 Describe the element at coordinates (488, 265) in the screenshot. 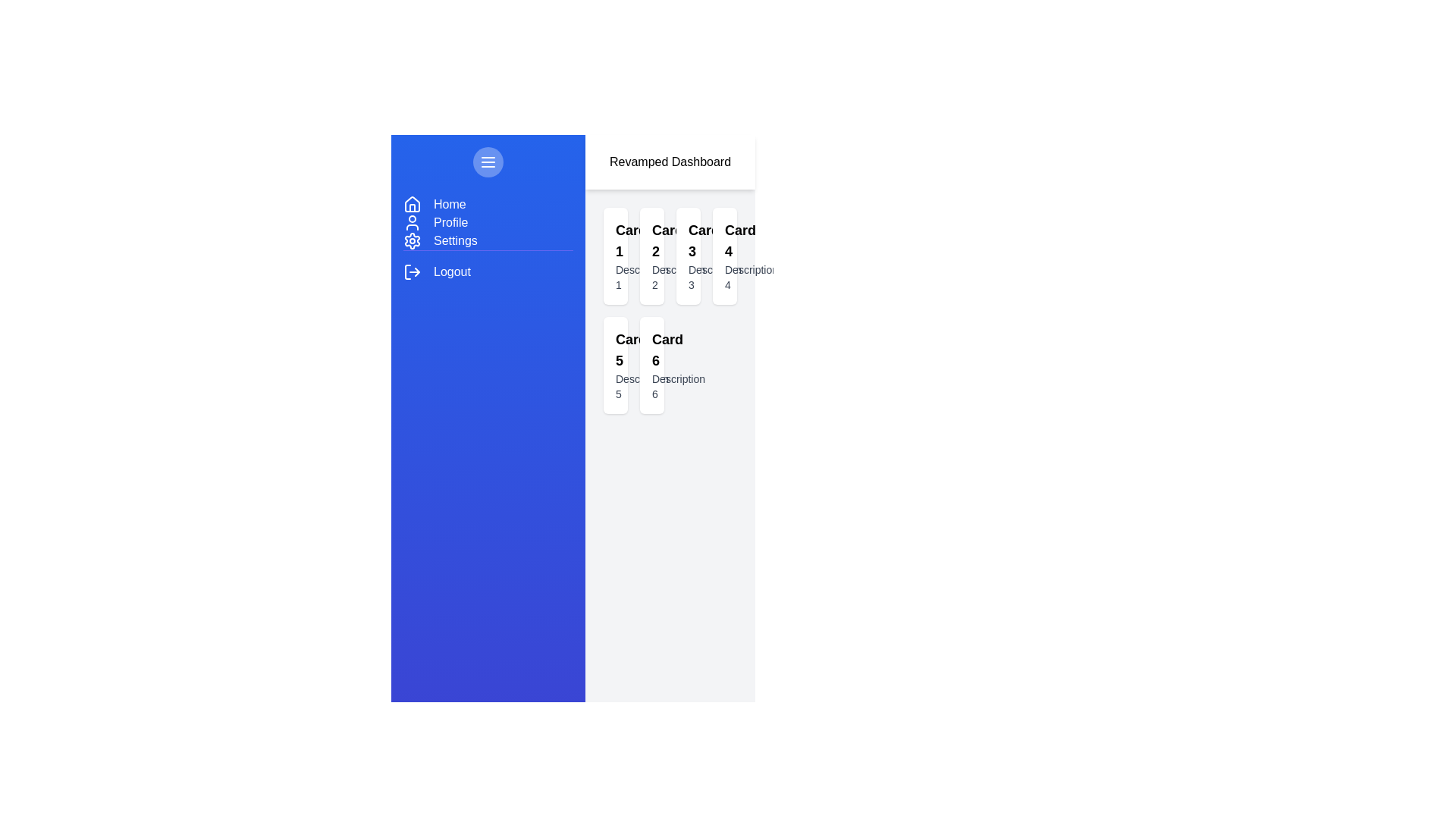

I see `the 'Logout' navigation menu item located at the bottom of the navigation menu` at that location.